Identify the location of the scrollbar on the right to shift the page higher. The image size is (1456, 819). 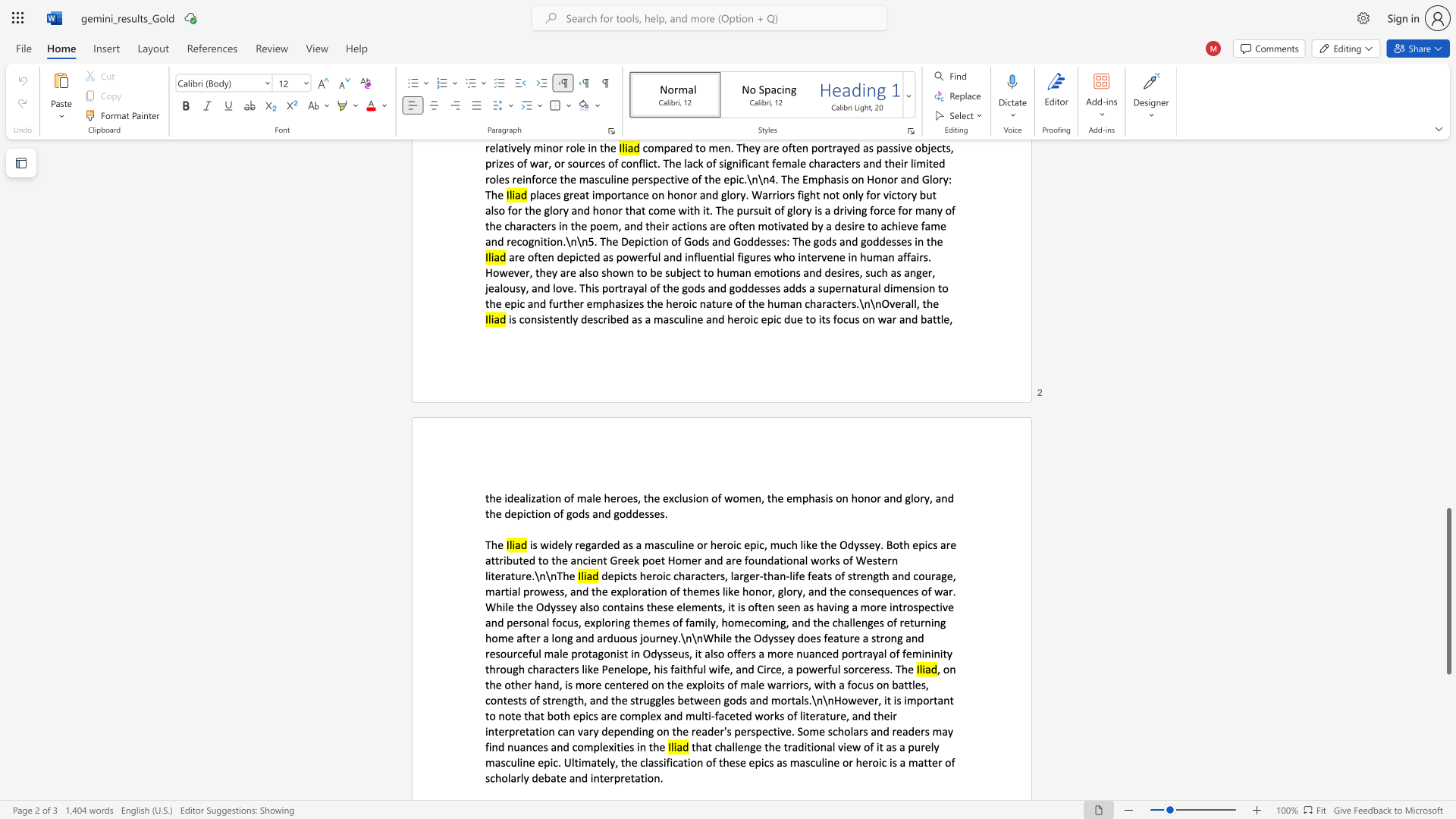
(1448, 461).